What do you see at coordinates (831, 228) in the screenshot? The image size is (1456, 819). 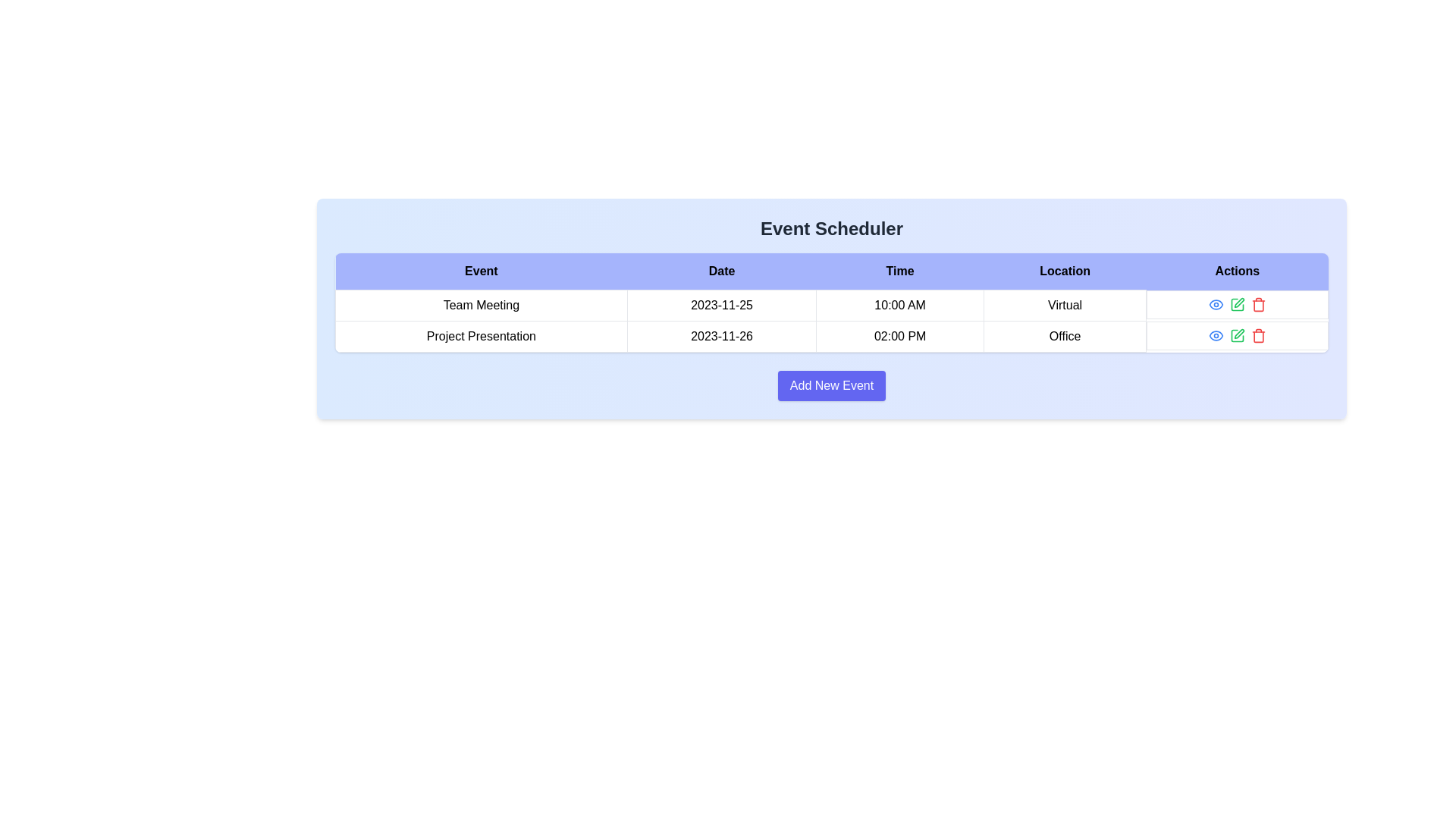 I see `the bold, centered text header that reads 'Event Scheduler' located at the top of a light blue background panel` at bounding box center [831, 228].